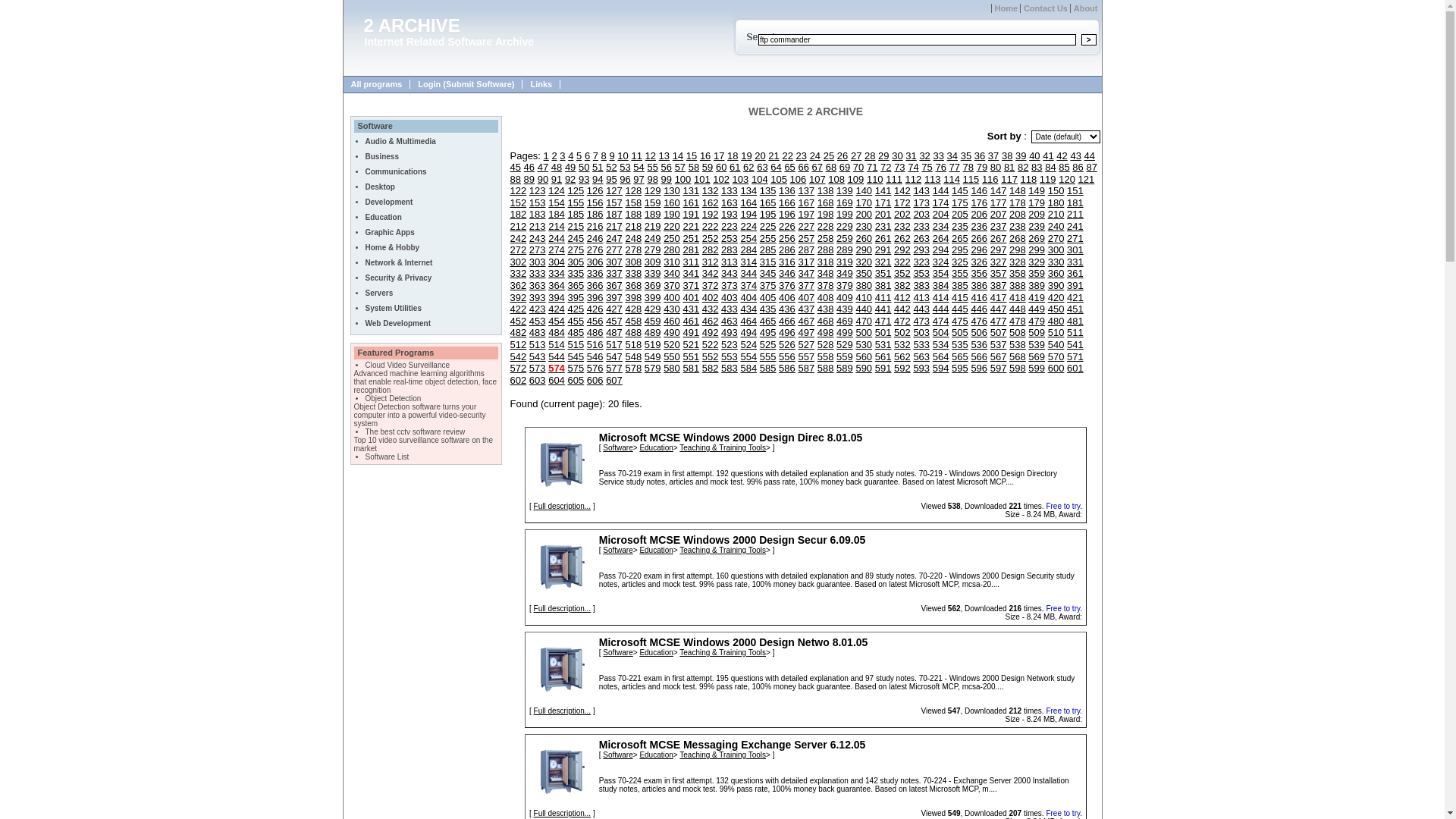 This screenshot has height=819, width=1456. Describe the element at coordinates (633, 249) in the screenshot. I see `'278'` at that location.